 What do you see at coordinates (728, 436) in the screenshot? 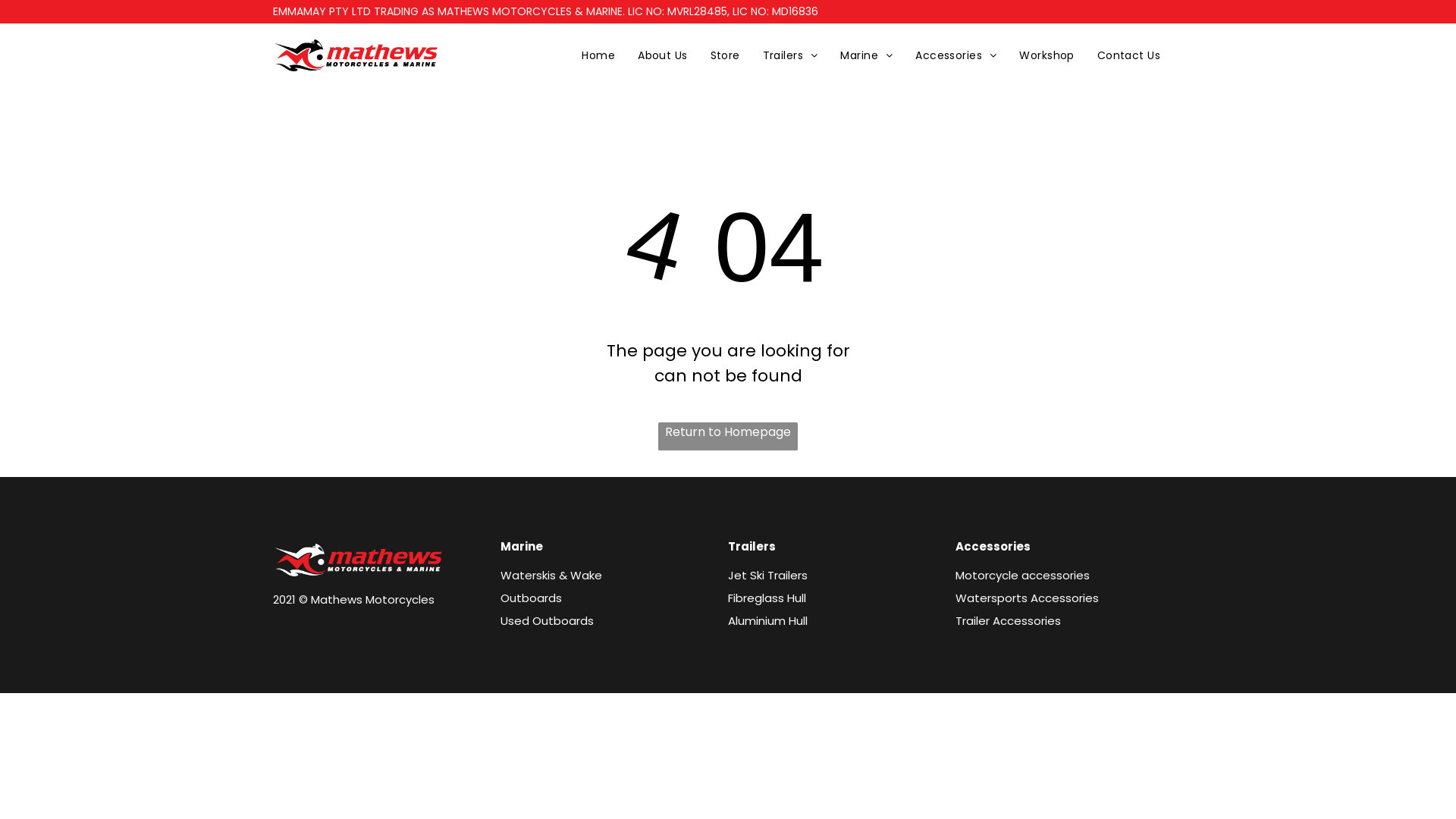
I see `'Return to Homepage'` at bounding box center [728, 436].